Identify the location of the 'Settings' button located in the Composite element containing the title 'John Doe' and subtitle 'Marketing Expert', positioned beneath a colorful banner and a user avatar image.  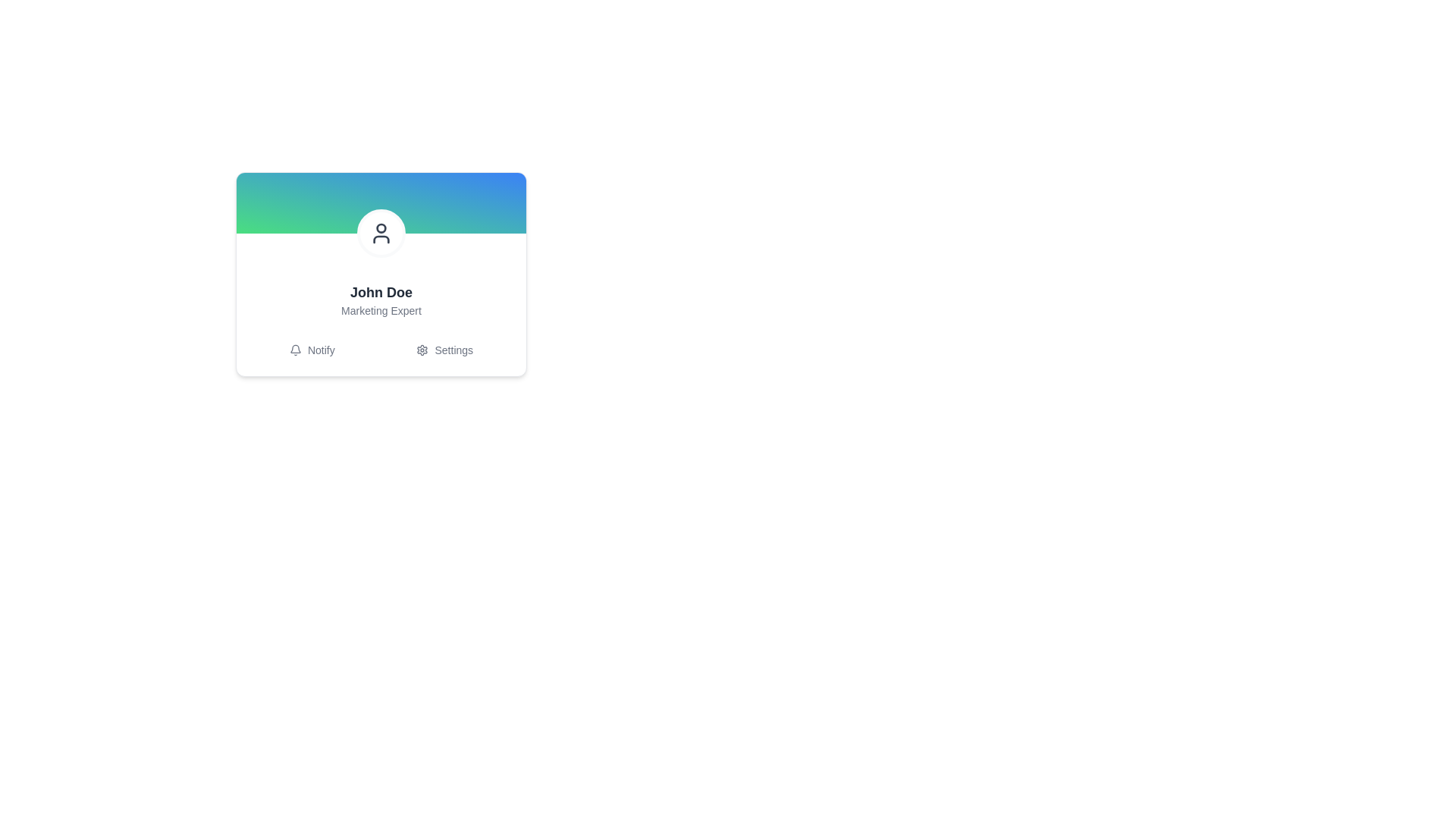
(381, 322).